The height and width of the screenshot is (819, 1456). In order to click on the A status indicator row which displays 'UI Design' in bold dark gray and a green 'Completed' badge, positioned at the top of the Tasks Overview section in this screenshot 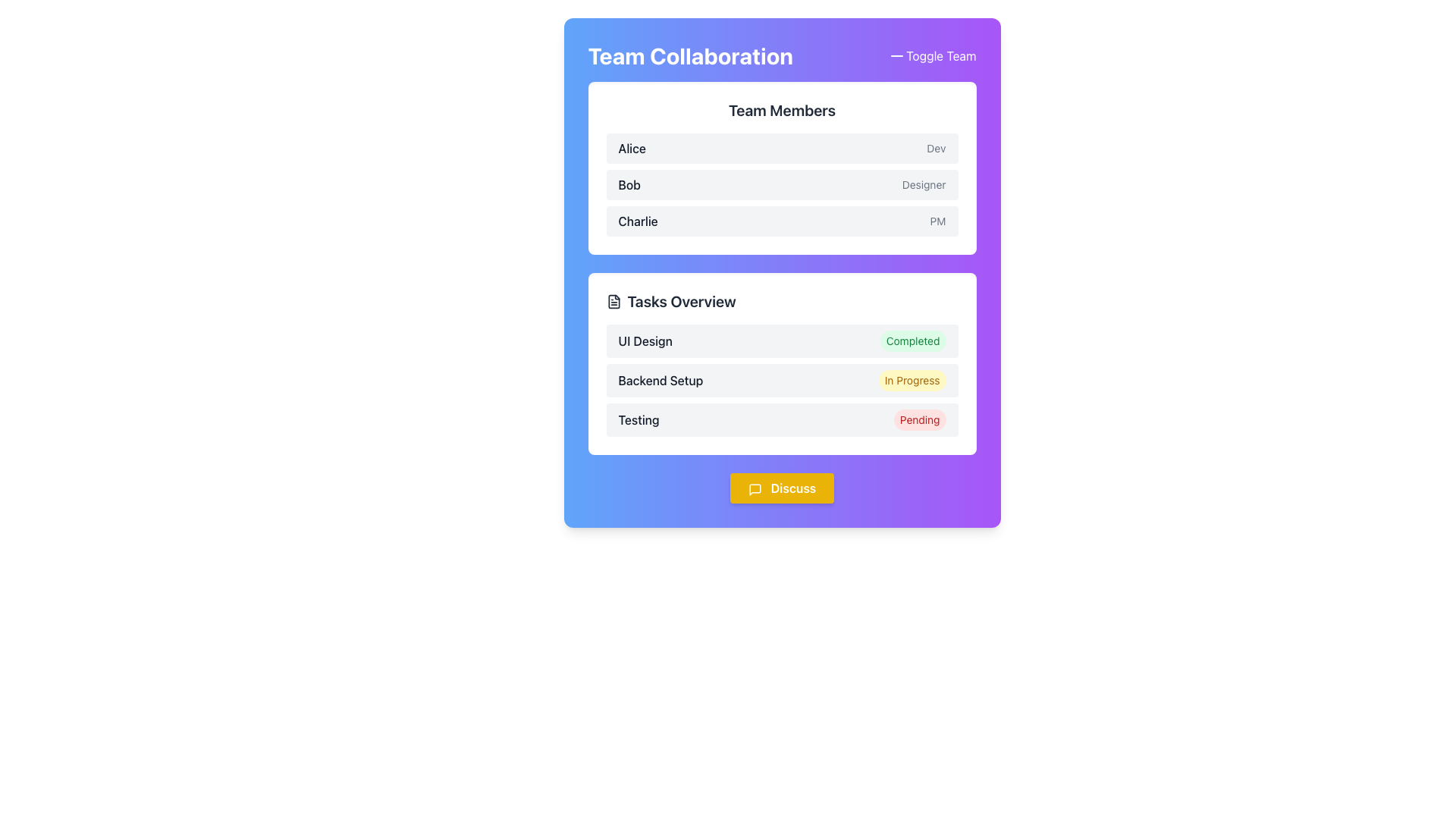, I will do `click(782, 341)`.